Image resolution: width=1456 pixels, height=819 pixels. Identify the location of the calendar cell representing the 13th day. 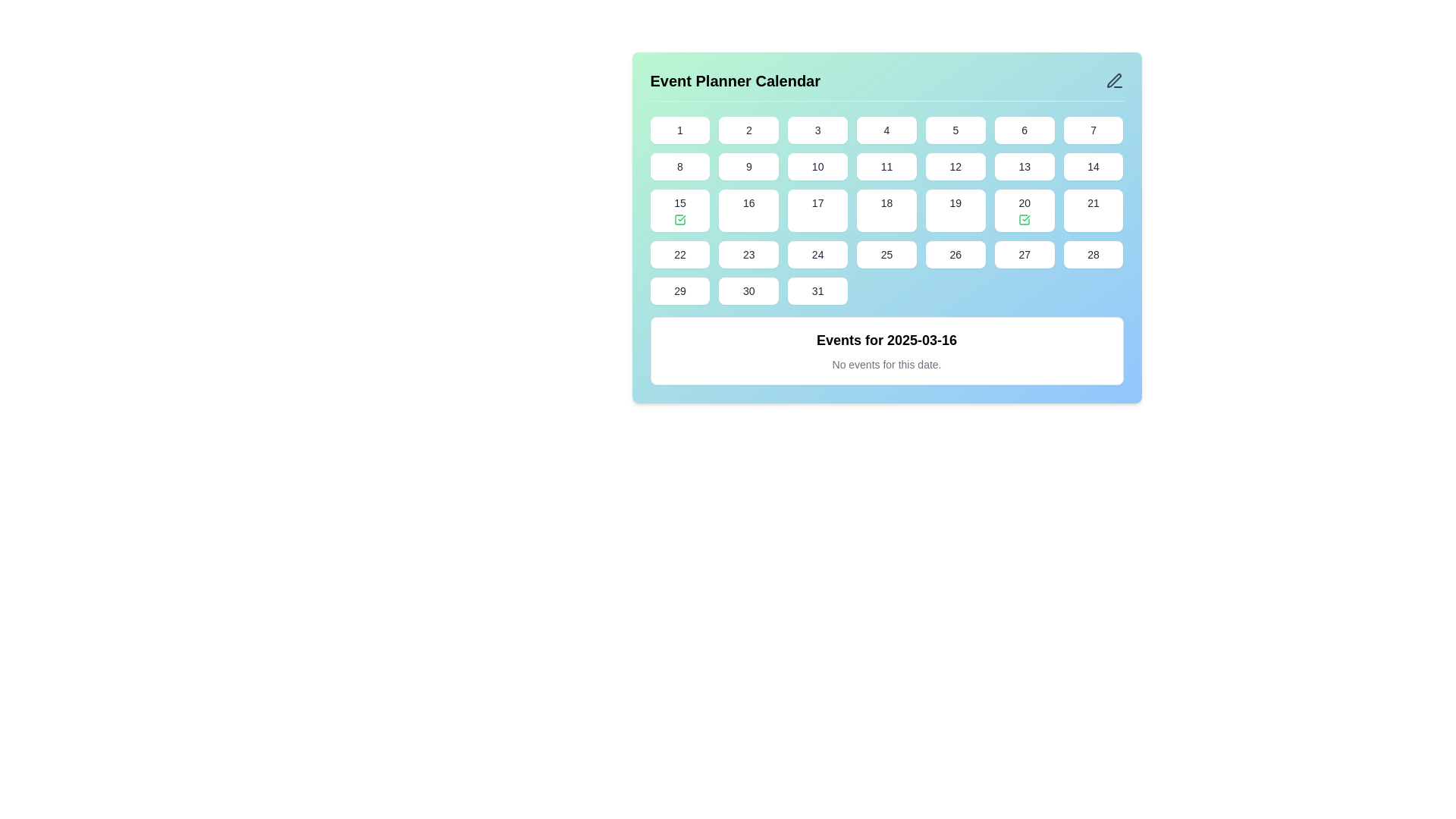
(1025, 166).